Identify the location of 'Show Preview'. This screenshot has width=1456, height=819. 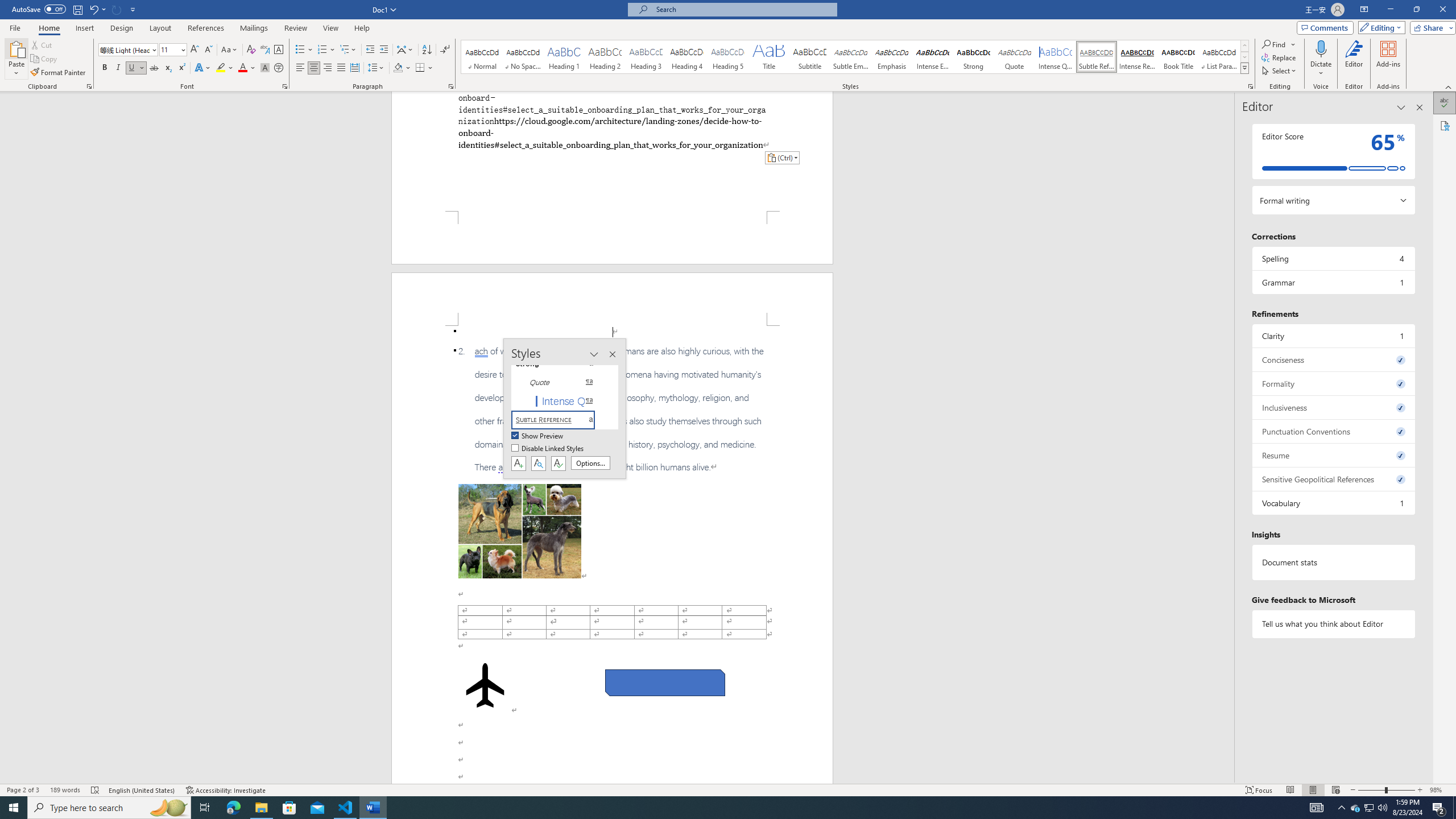
(537, 436).